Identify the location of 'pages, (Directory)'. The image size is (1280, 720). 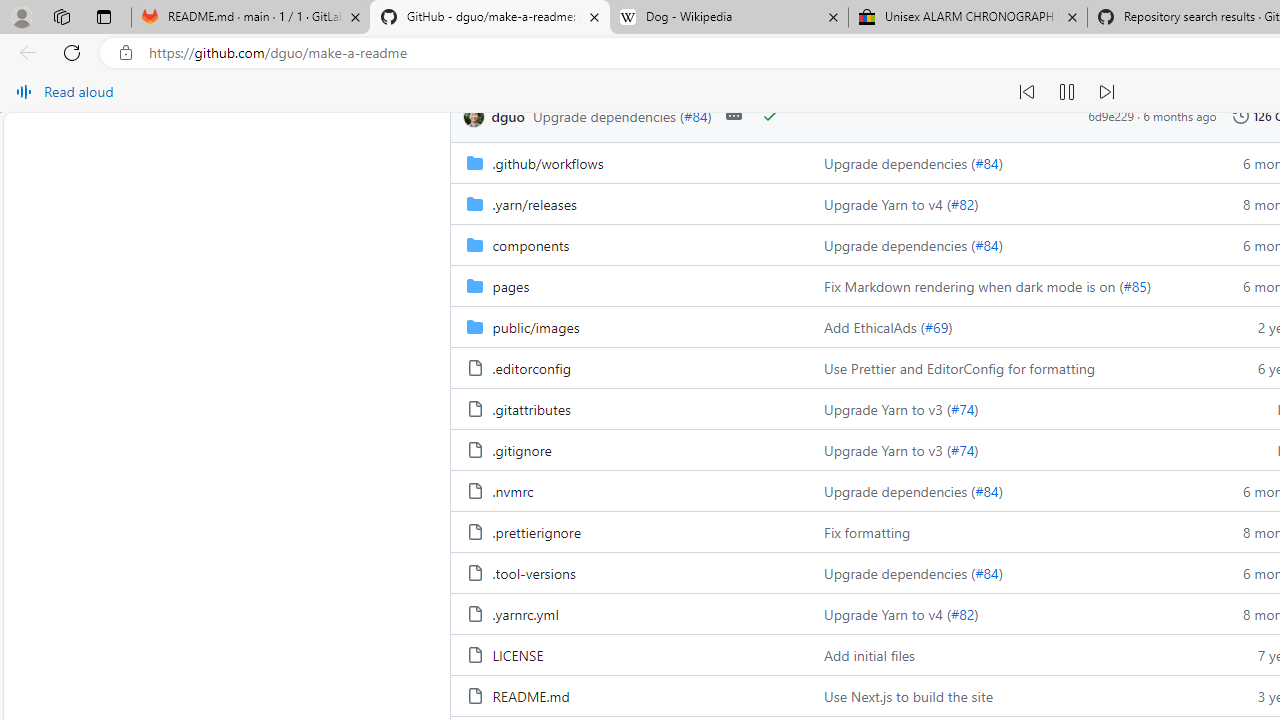
(510, 285).